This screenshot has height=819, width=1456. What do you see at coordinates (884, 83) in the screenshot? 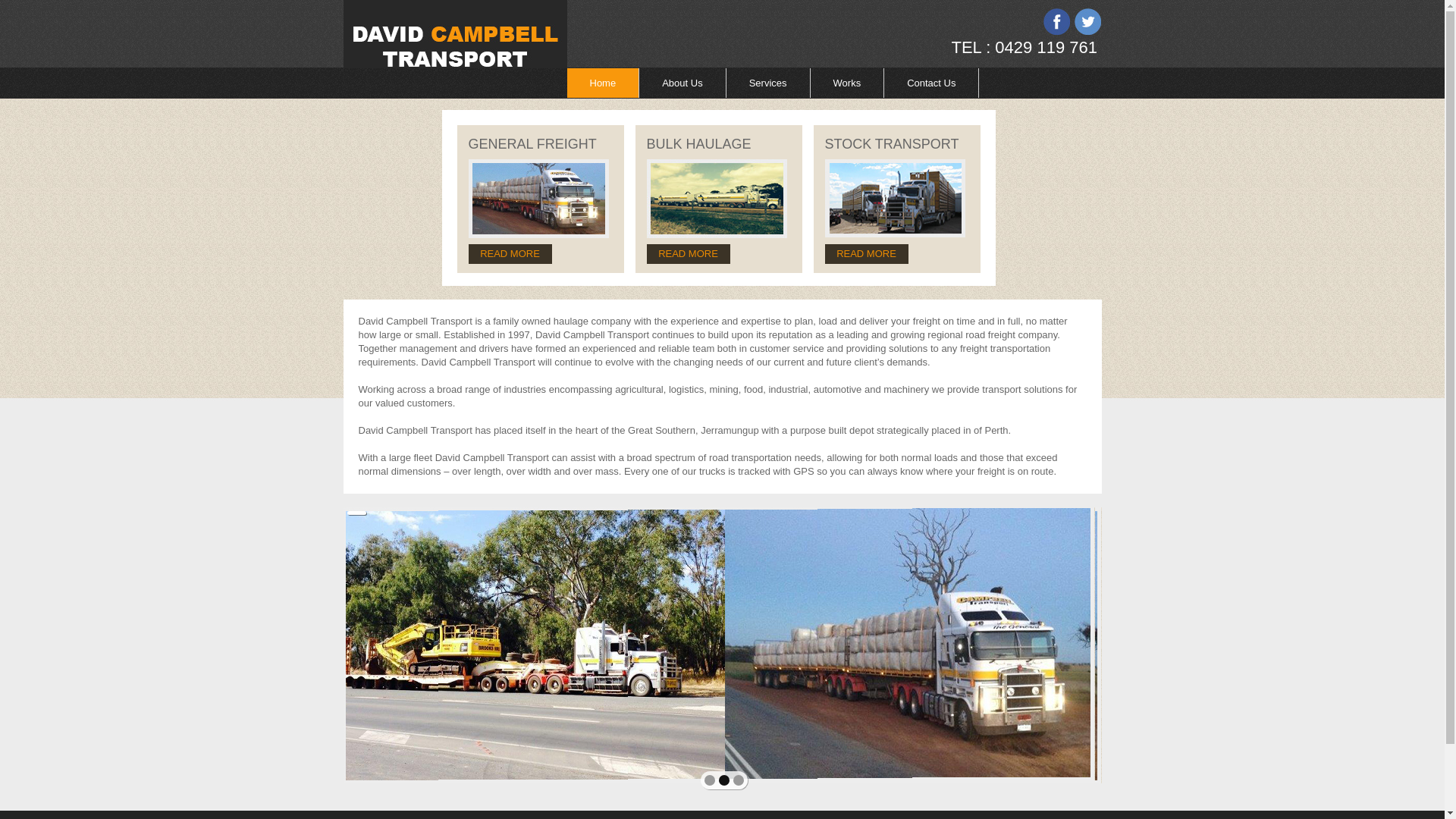
I see `'Contact Us'` at bounding box center [884, 83].